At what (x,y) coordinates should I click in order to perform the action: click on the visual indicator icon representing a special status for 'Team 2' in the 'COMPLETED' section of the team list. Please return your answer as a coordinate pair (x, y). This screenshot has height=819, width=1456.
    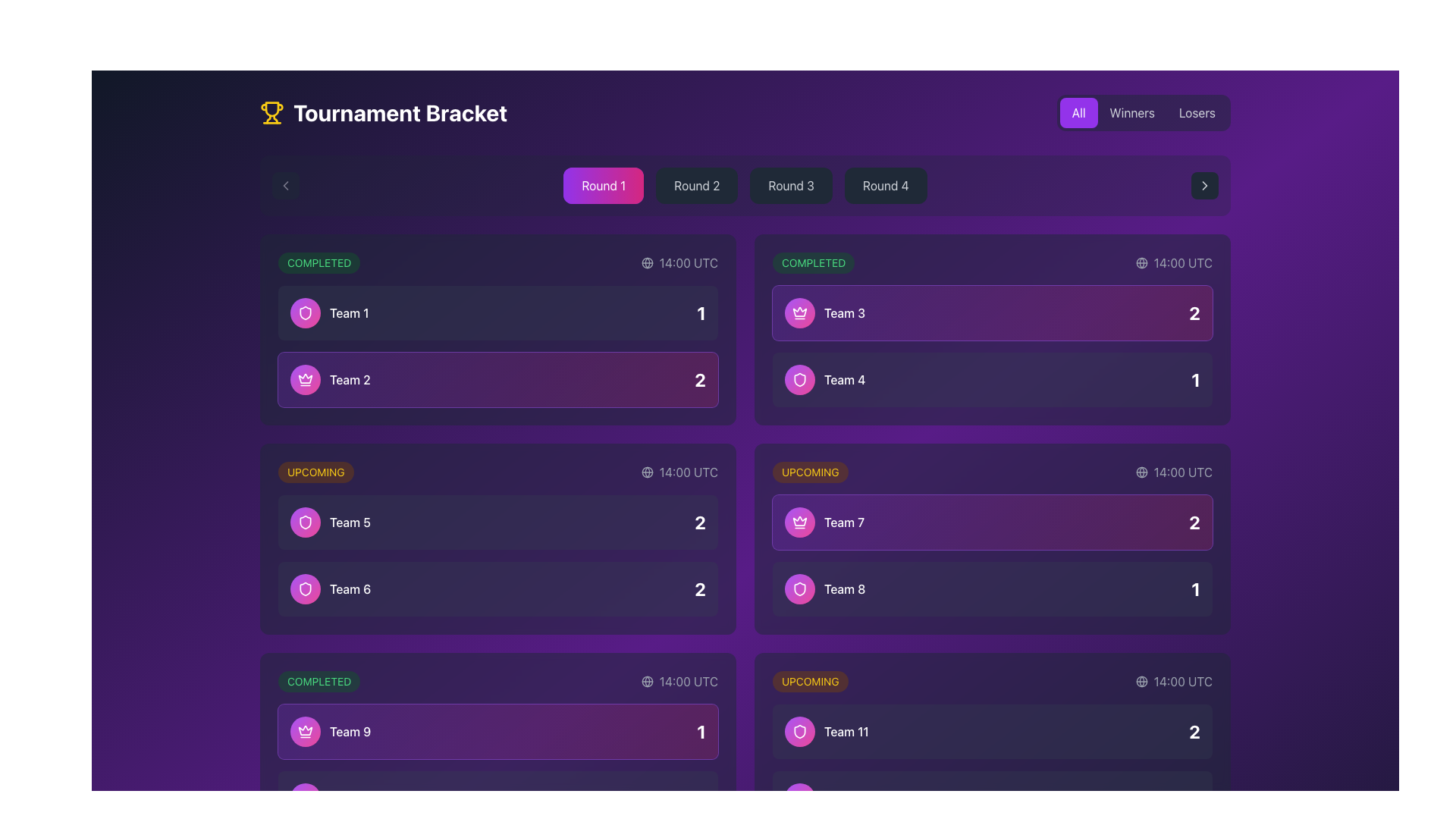
    Looking at the image, I should click on (305, 379).